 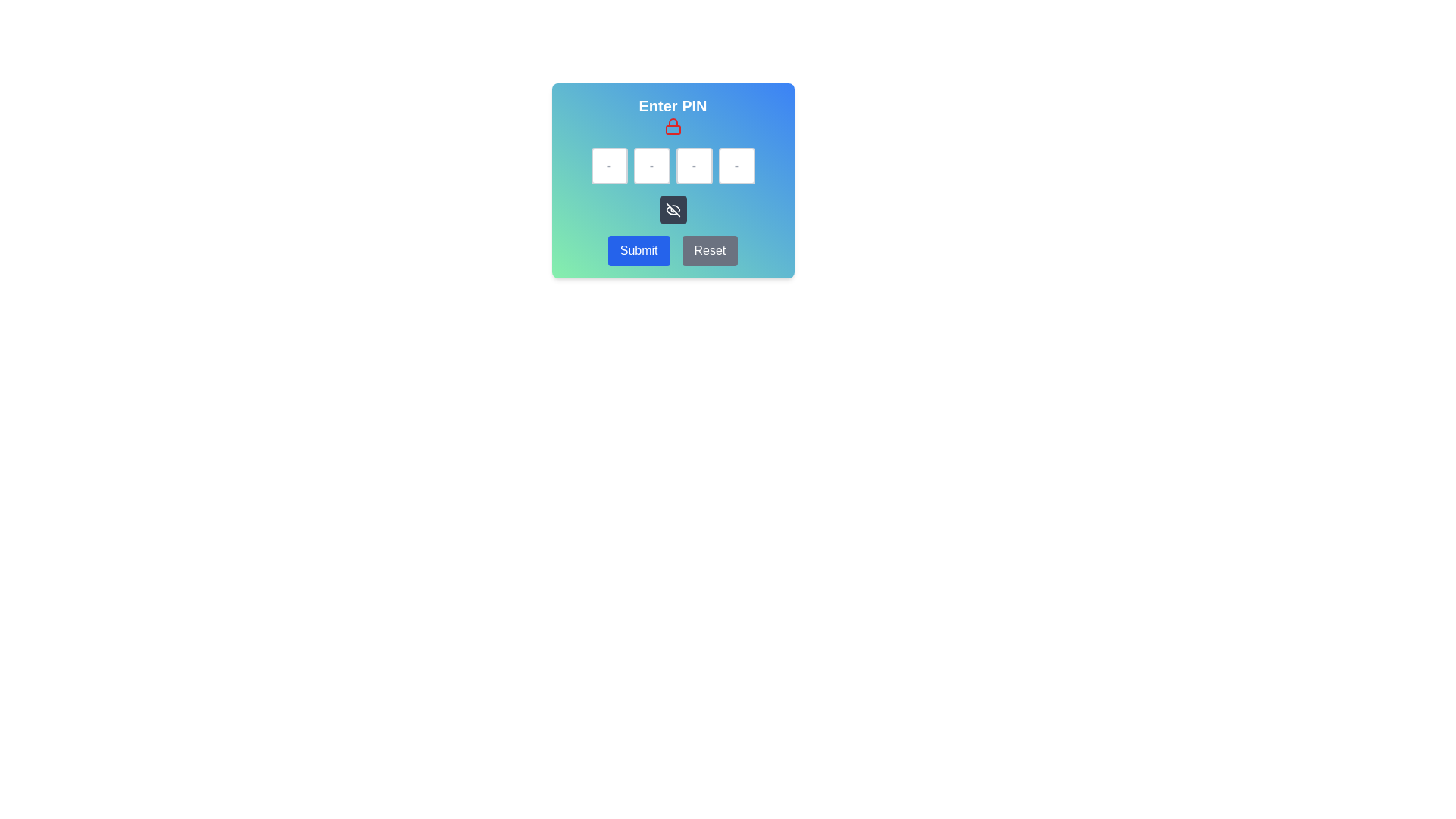 What do you see at coordinates (672, 209) in the screenshot?
I see `the eye icon button with a diagonal slash, which toggles visibility, located centrally below the PIN input boxes in a modal interface` at bounding box center [672, 209].